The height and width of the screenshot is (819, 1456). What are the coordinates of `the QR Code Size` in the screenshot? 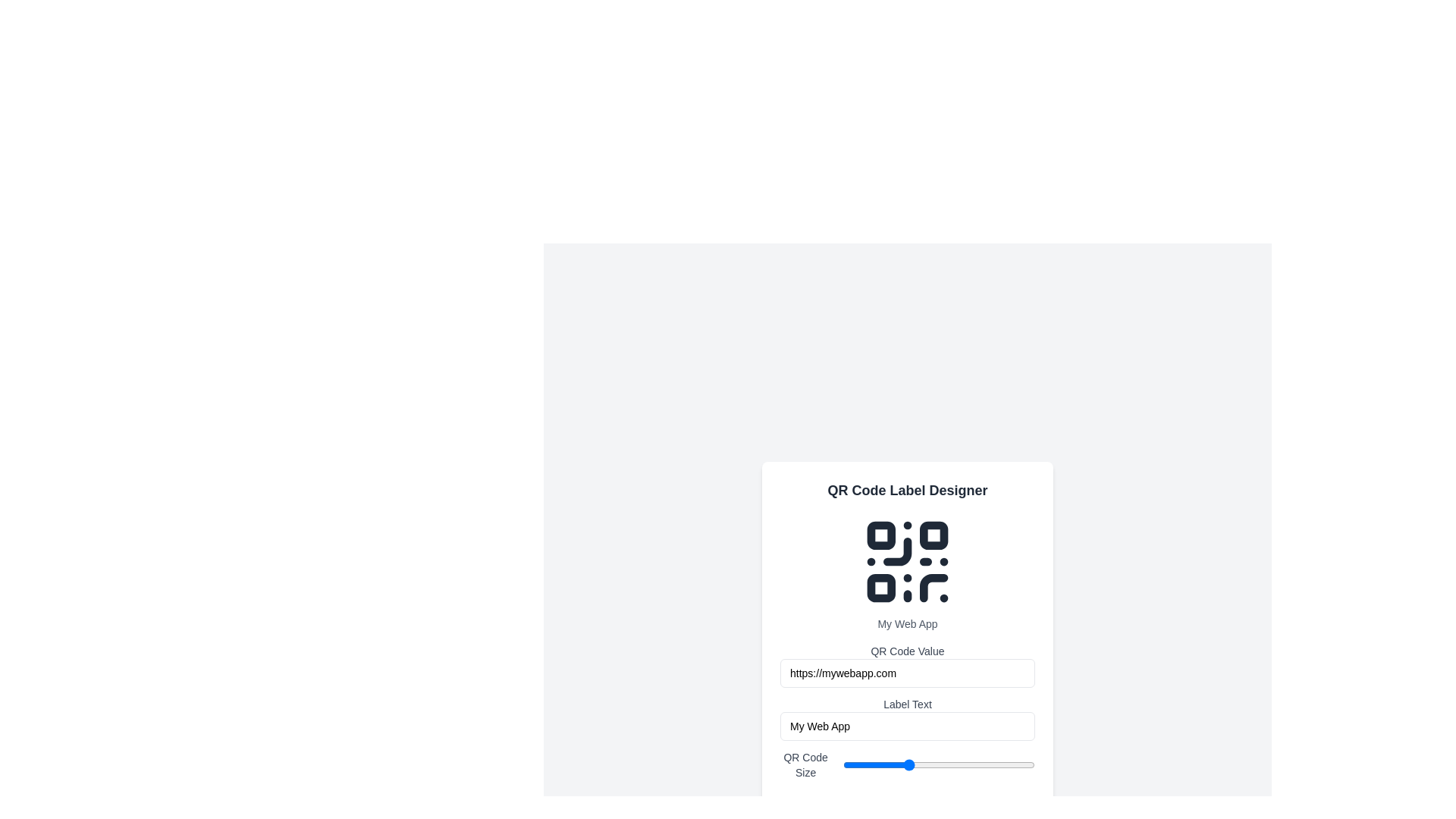 It's located at (982, 765).